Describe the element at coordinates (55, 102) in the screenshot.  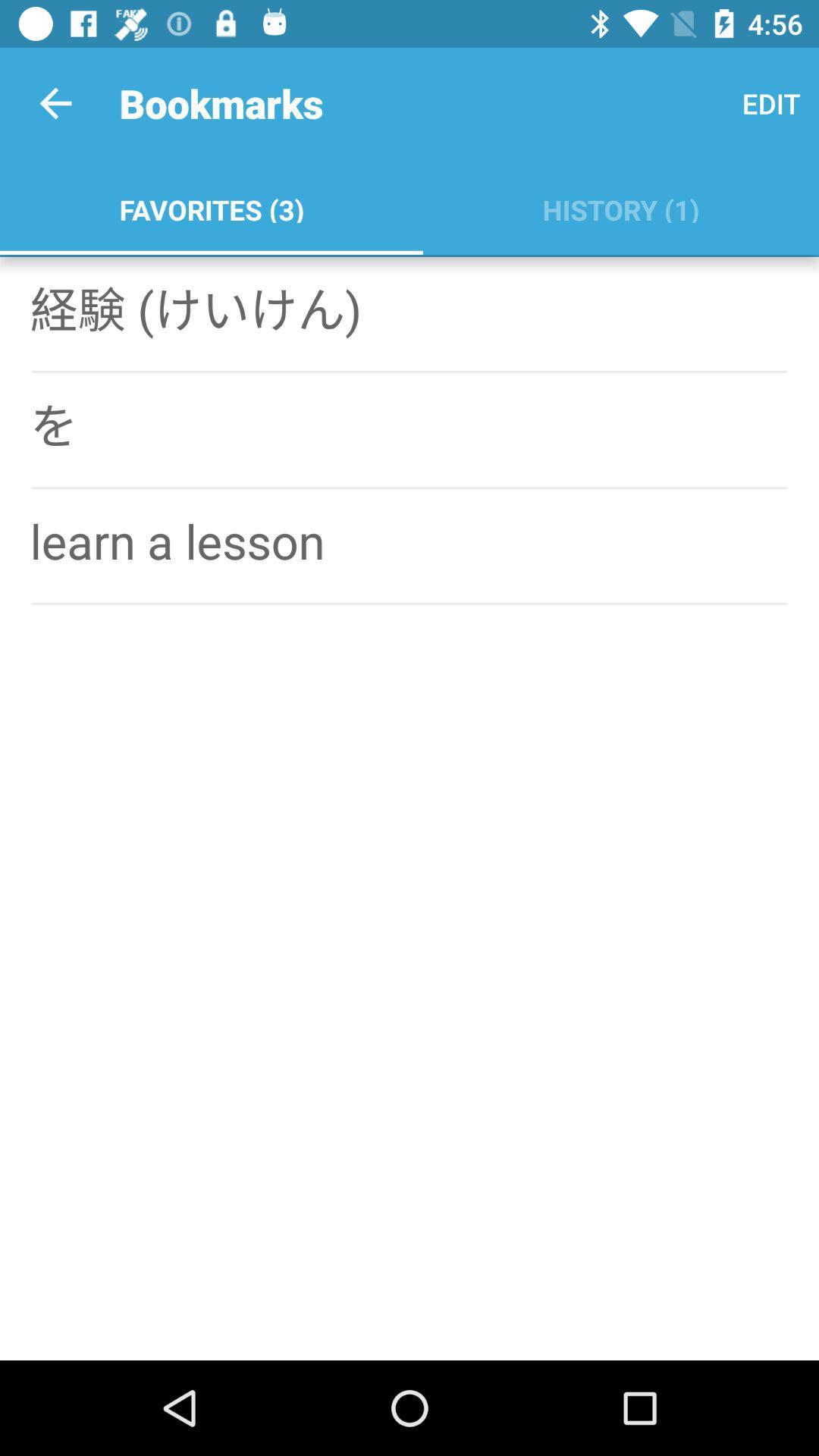
I see `the icon next to the bookmarks icon` at that location.